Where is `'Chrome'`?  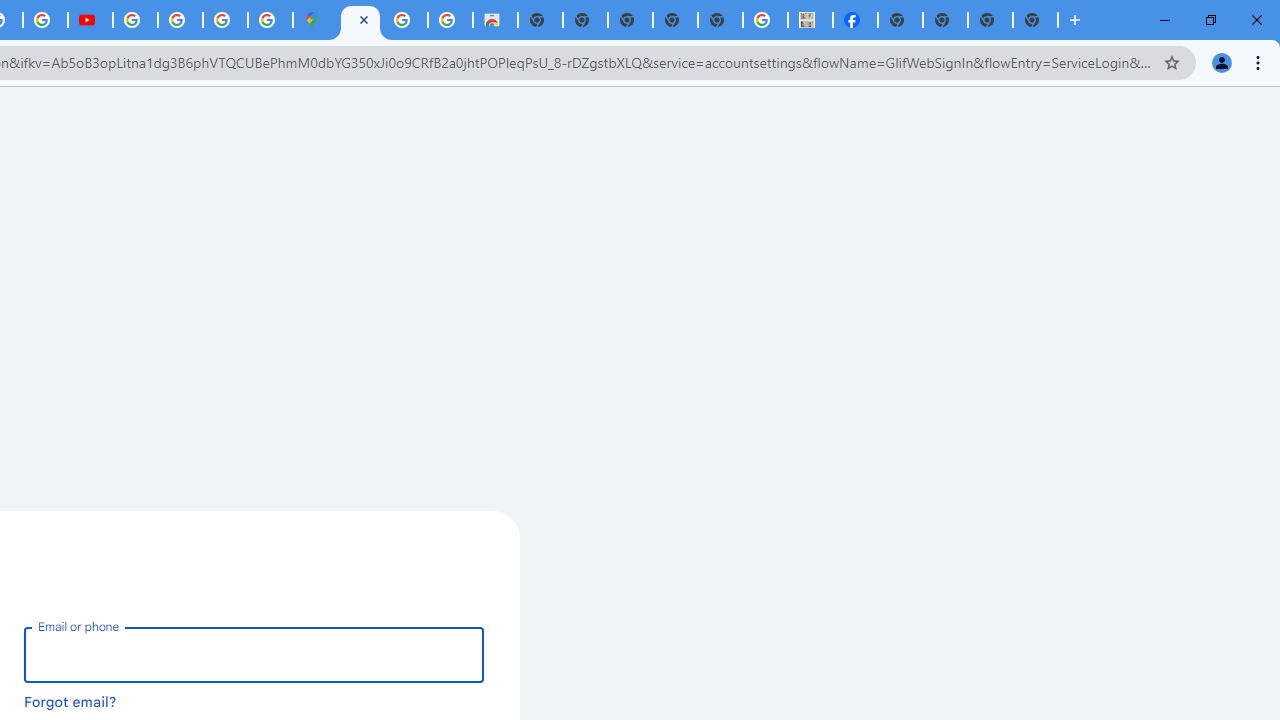
'Chrome' is located at coordinates (1259, 61).